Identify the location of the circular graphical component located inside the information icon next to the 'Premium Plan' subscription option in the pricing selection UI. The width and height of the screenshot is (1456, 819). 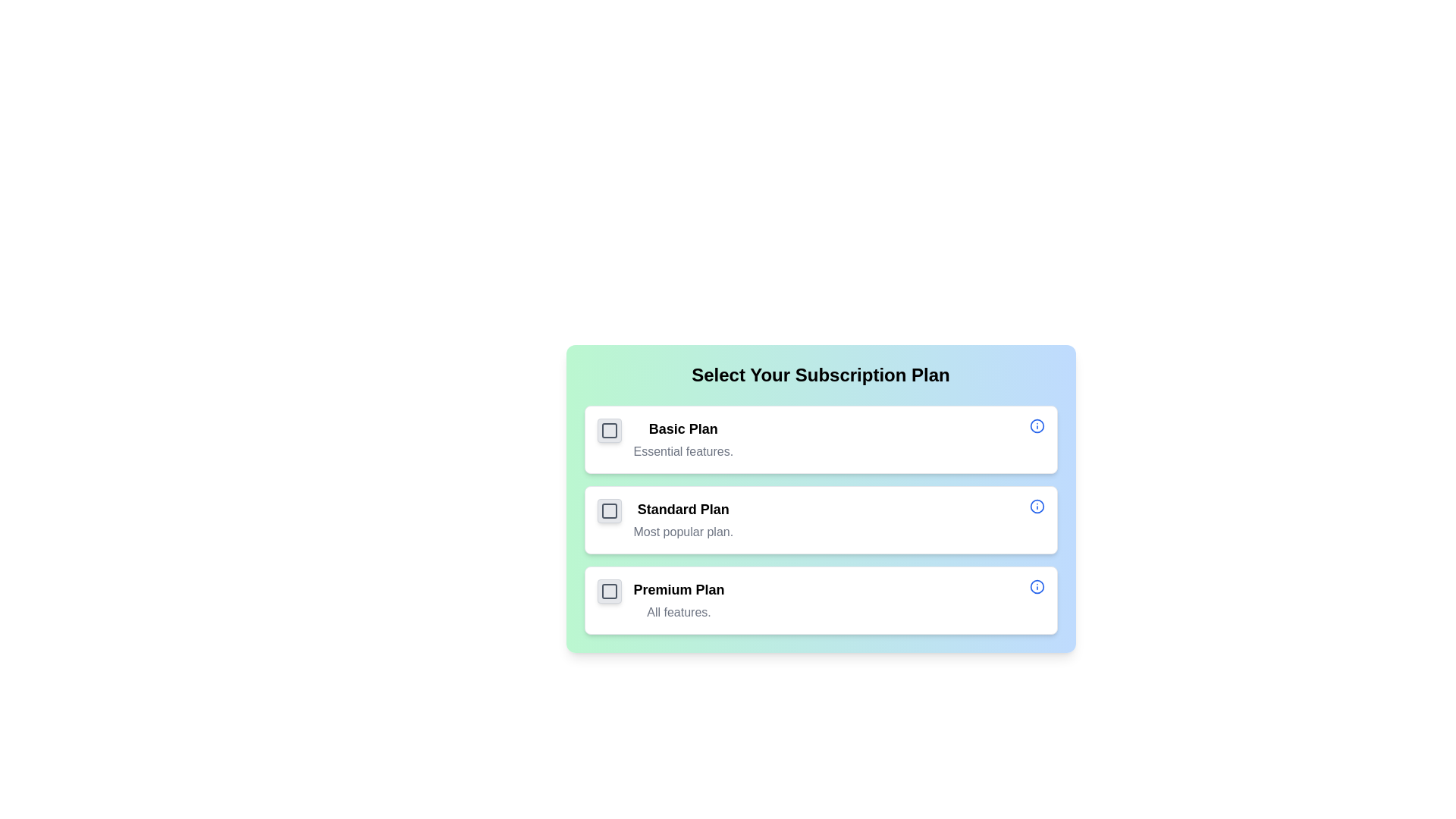
(1036, 586).